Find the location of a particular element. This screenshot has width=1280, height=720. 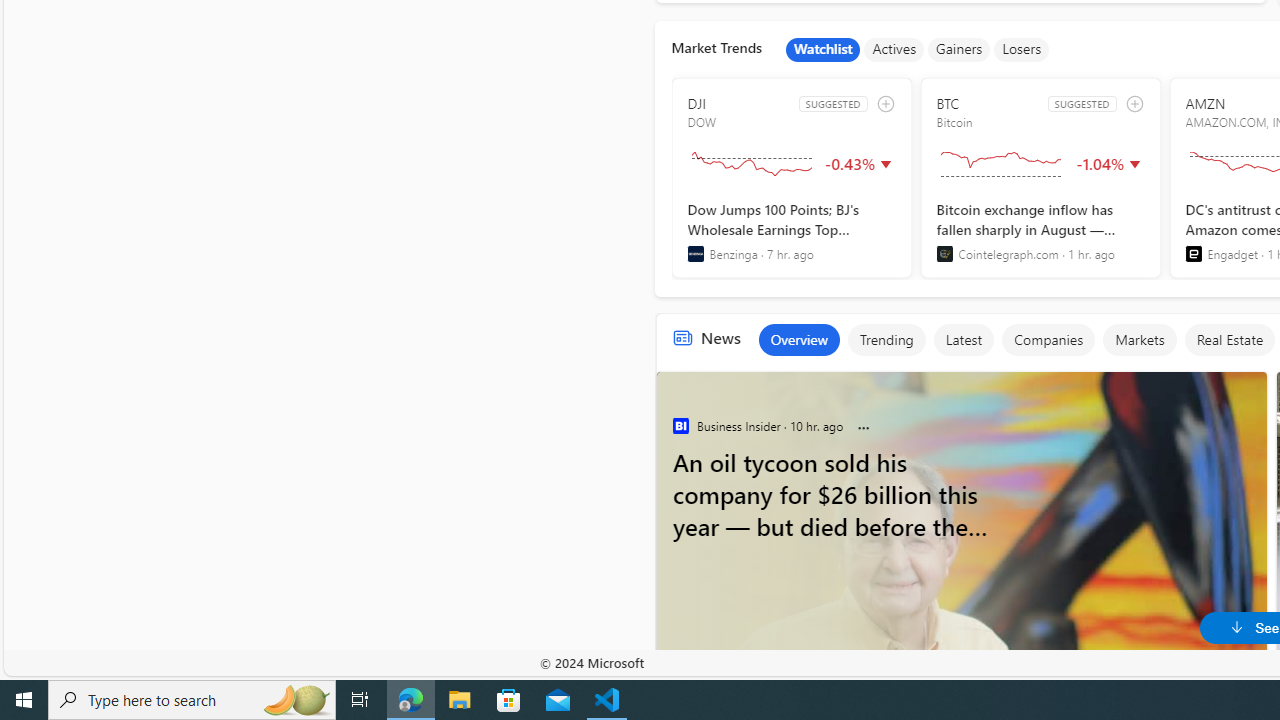

'Actives' is located at coordinates (893, 49).